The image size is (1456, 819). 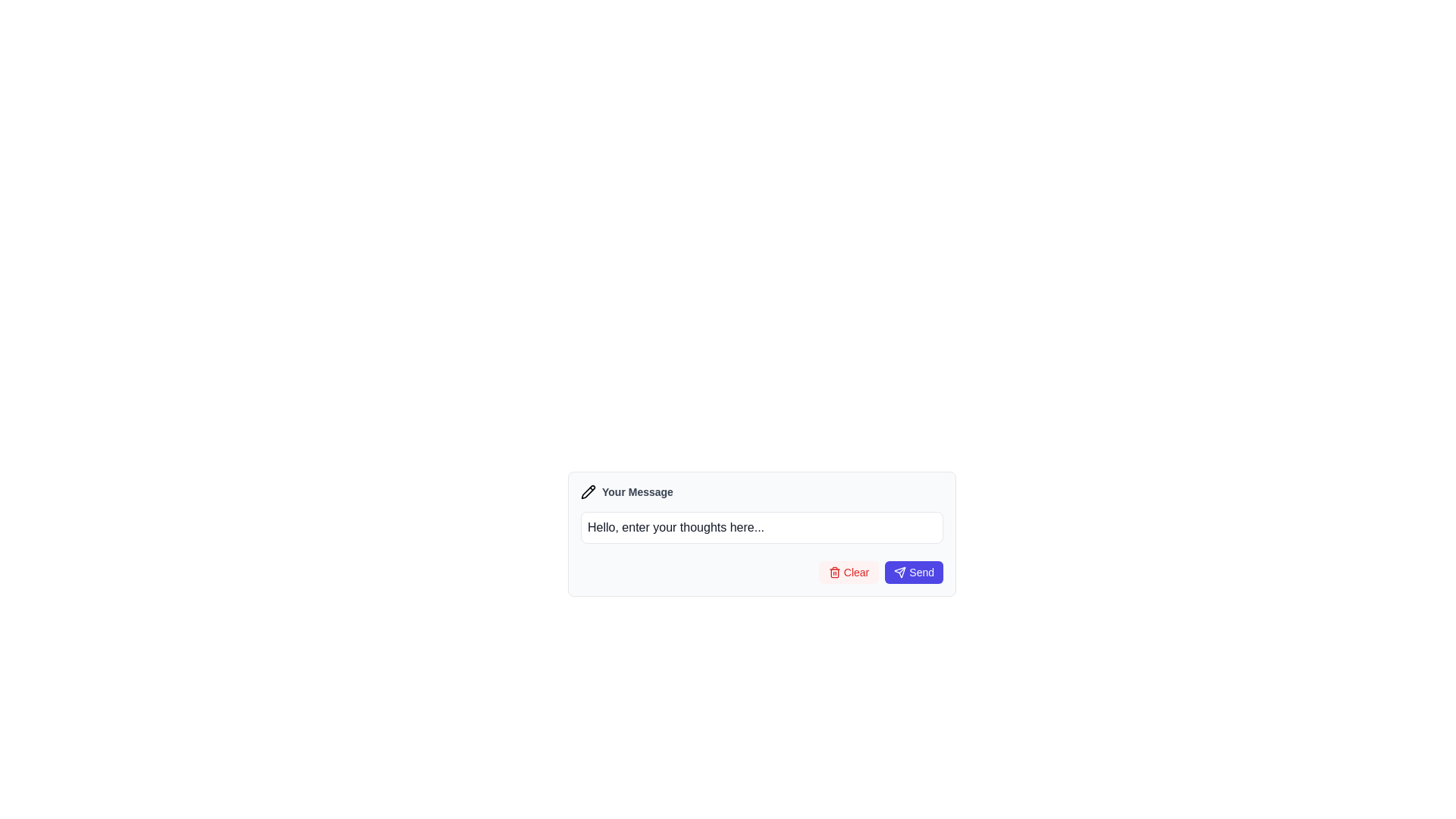 What do you see at coordinates (588, 491) in the screenshot?
I see `the black and white pencil icon, which is positioned to the left of the label 'Your Message', using keyboard navigation` at bounding box center [588, 491].